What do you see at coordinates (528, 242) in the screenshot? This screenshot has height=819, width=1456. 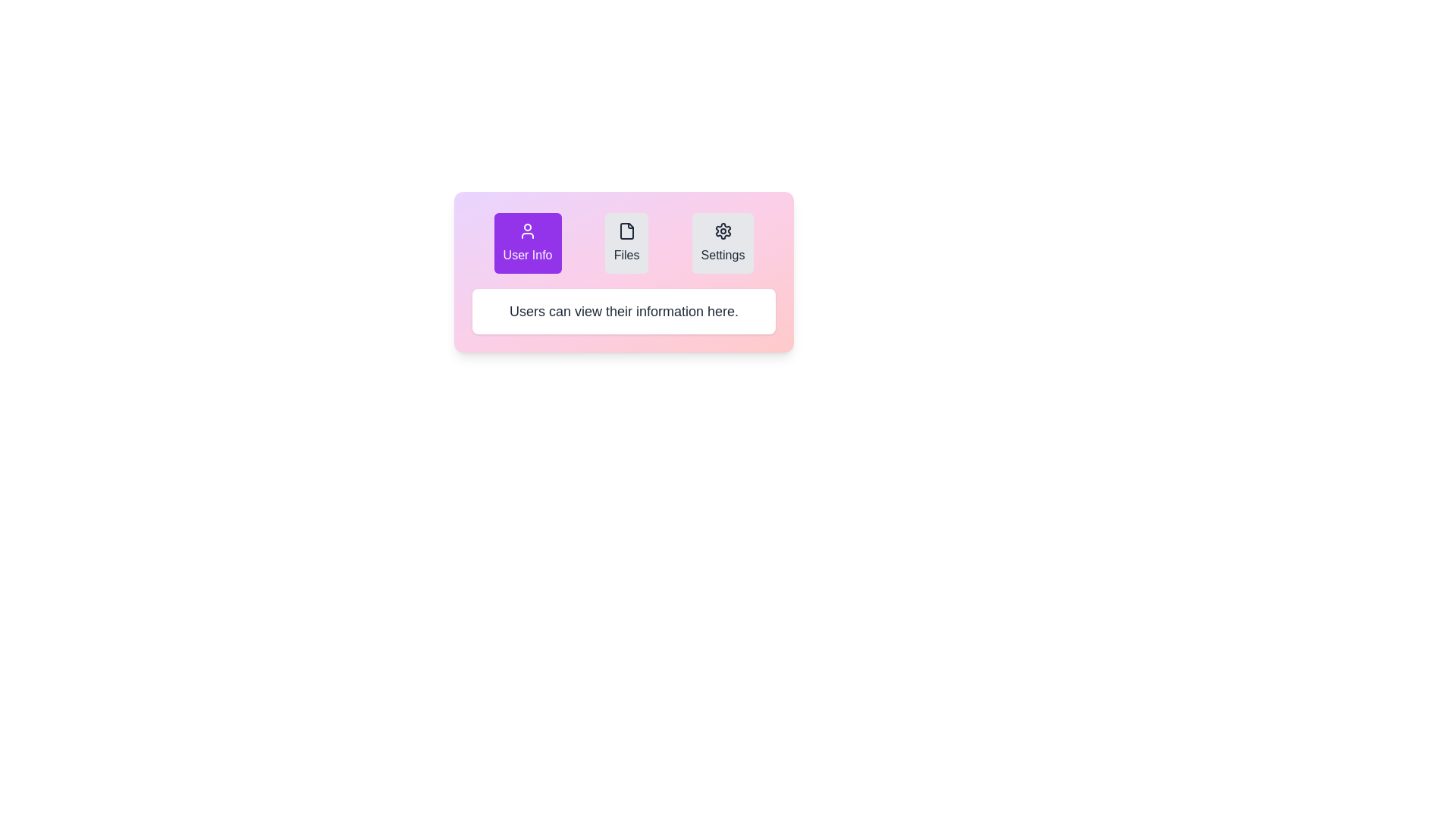 I see `the 'User Info' button, which is a vibrant purple rectangular button with rounded corners, featuring a white user icon and the text 'User Info' below it` at bounding box center [528, 242].